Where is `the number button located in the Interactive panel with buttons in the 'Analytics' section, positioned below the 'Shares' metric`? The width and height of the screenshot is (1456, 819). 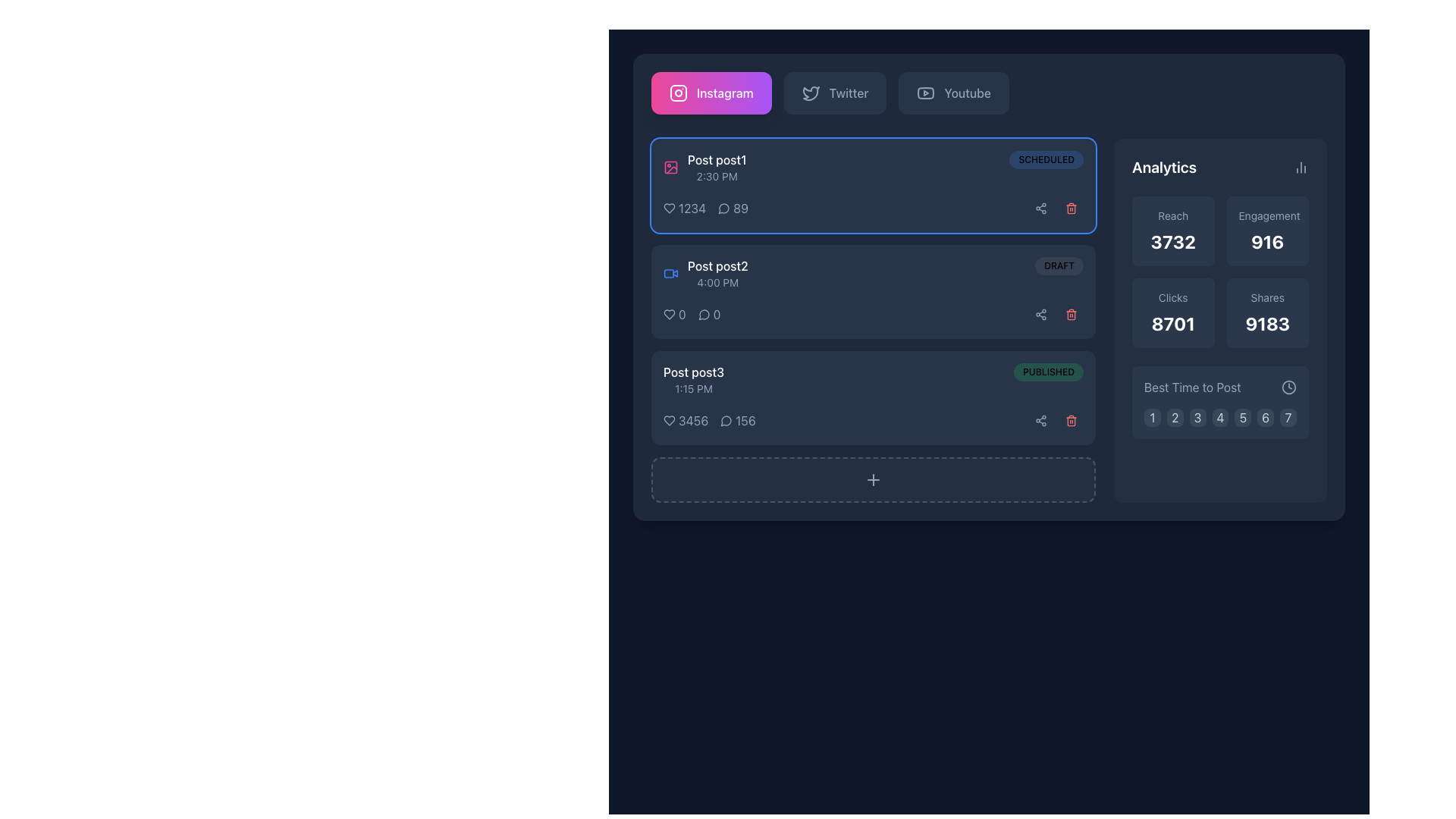
the number button located in the Interactive panel with buttons in the 'Analytics' section, positioned below the 'Shares' metric is located at coordinates (1220, 402).